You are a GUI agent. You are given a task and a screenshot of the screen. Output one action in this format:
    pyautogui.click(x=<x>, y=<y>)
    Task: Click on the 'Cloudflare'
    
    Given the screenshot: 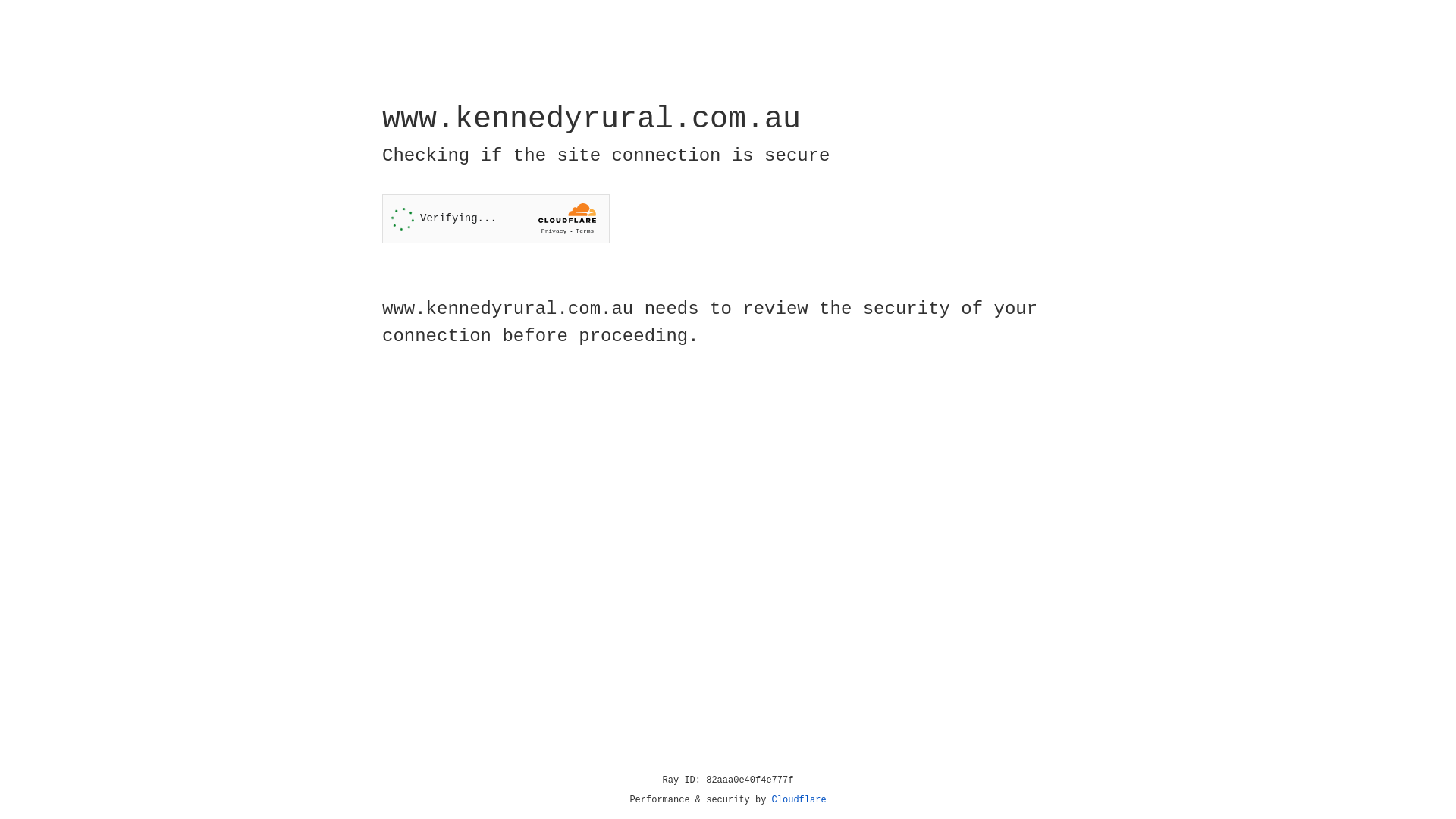 What is the action you would take?
    pyautogui.click(x=799, y=799)
    